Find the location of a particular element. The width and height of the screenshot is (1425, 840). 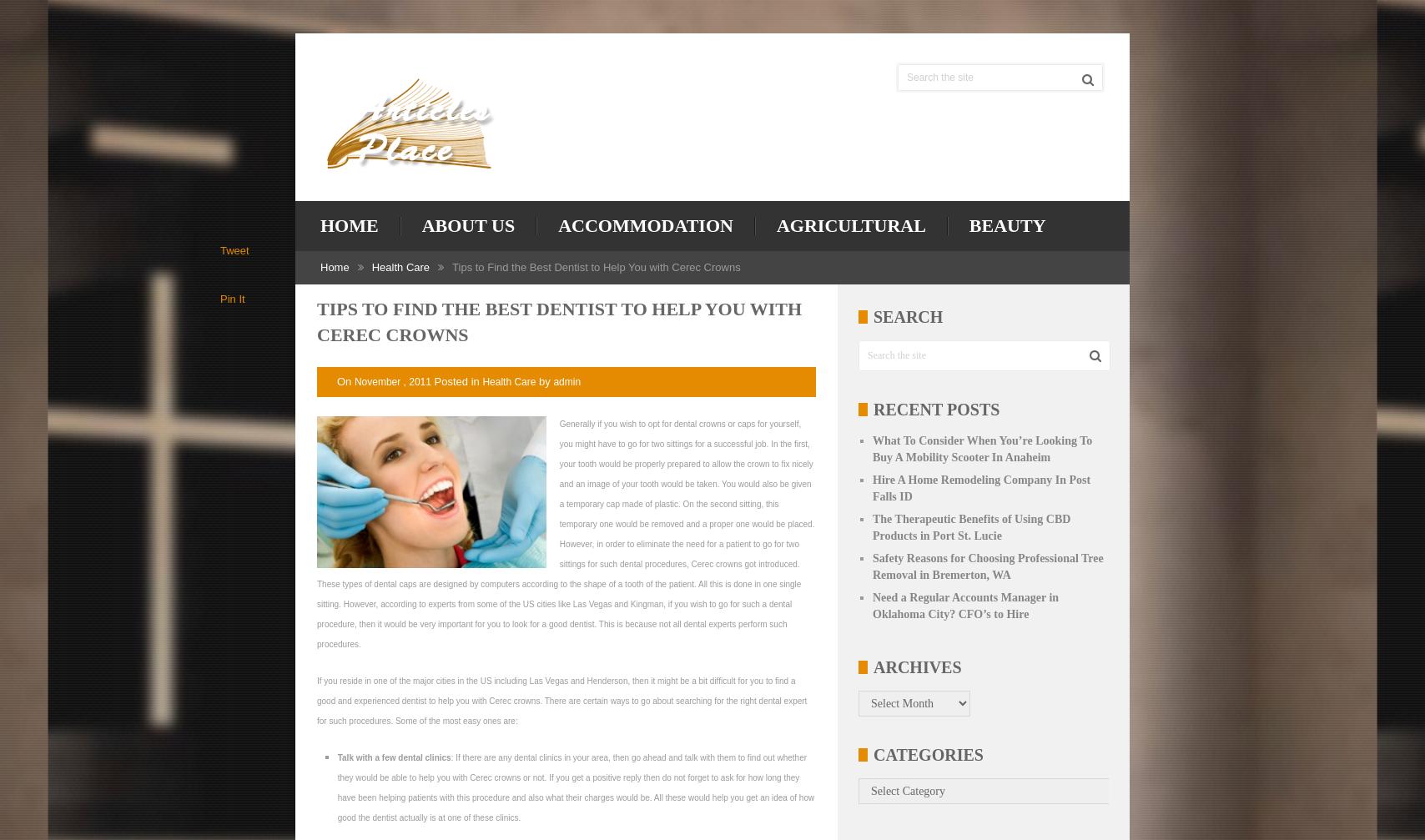

'On' is located at coordinates (345, 380).